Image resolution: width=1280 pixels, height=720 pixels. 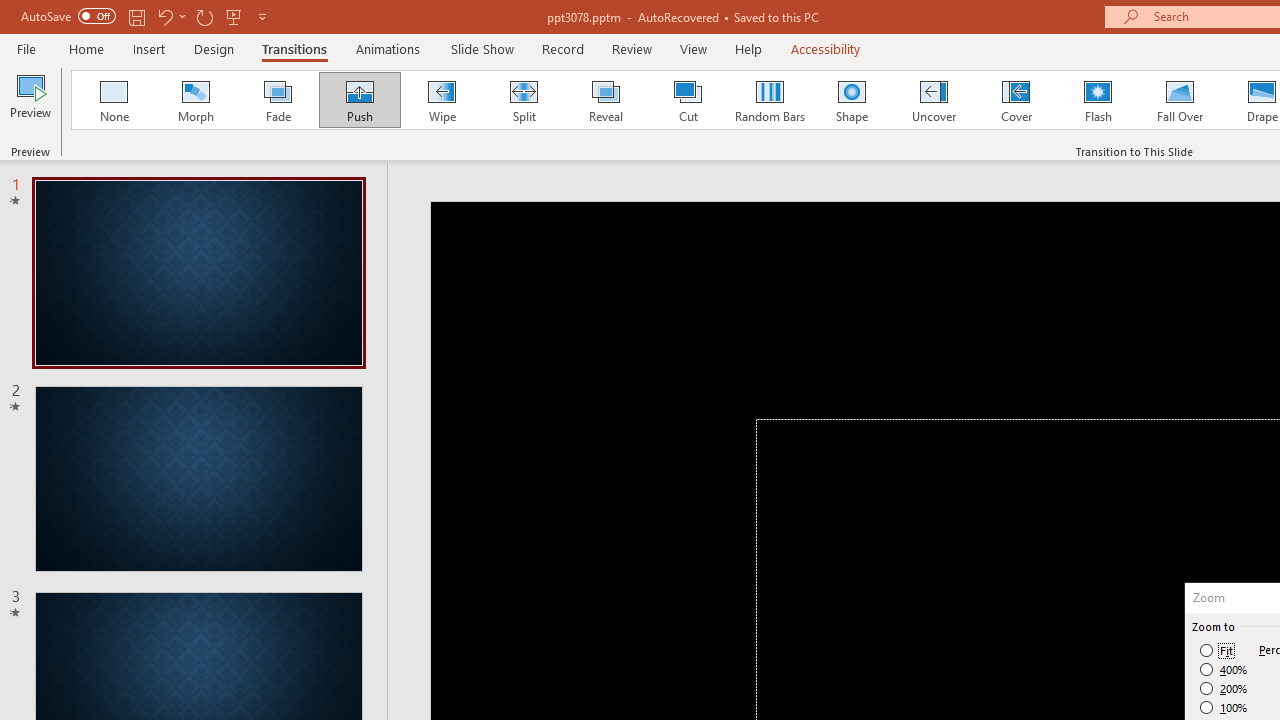 What do you see at coordinates (112, 100) in the screenshot?
I see `'None'` at bounding box center [112, 100].